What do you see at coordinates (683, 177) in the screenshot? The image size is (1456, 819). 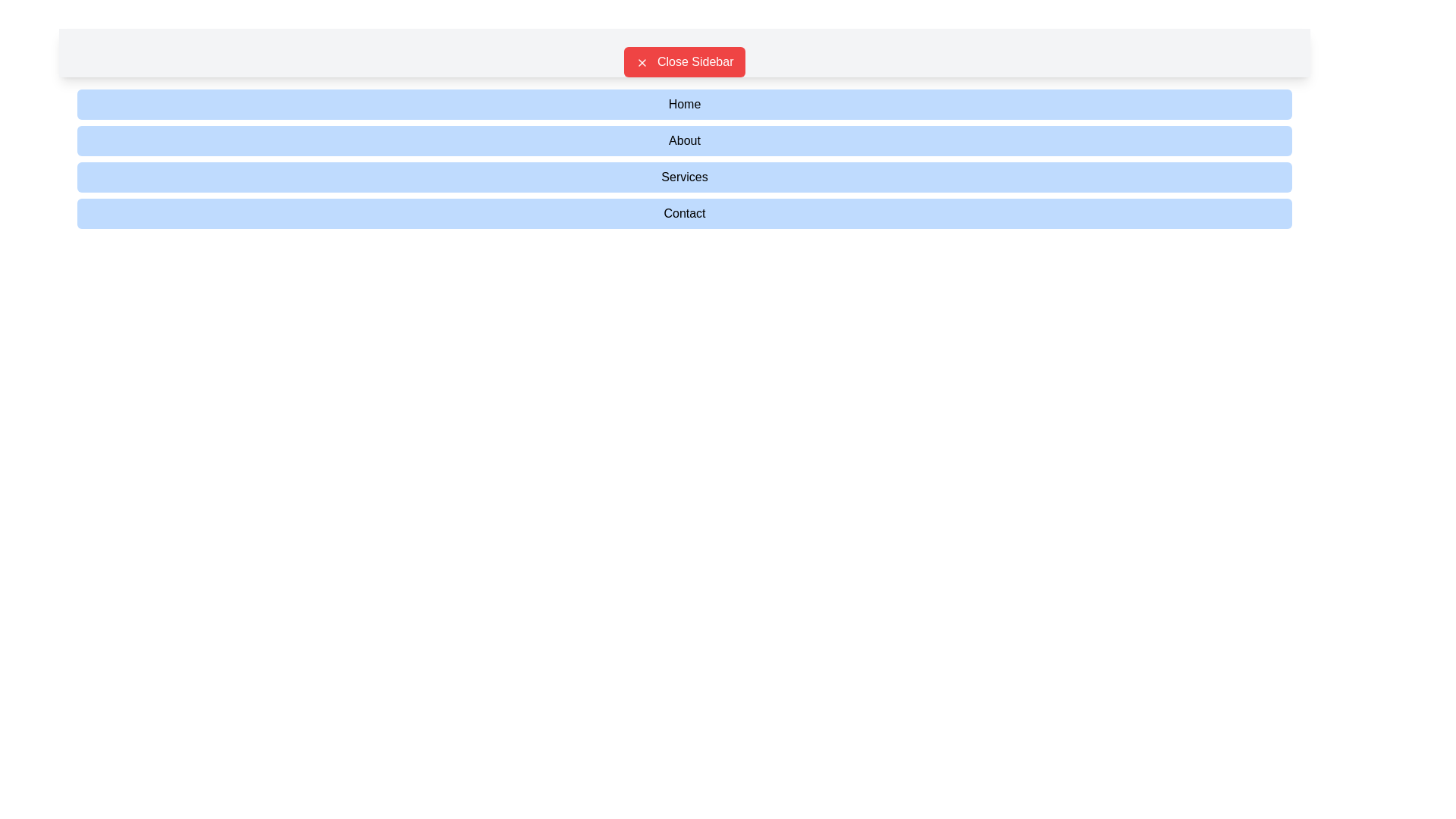 I see `the 'Services' button, which is a light blue rectangular button with rounded corners and black text, positioned below the 'About' button and above the 'Contact' button in the sidebar layout` at bounding box center [683, 177].